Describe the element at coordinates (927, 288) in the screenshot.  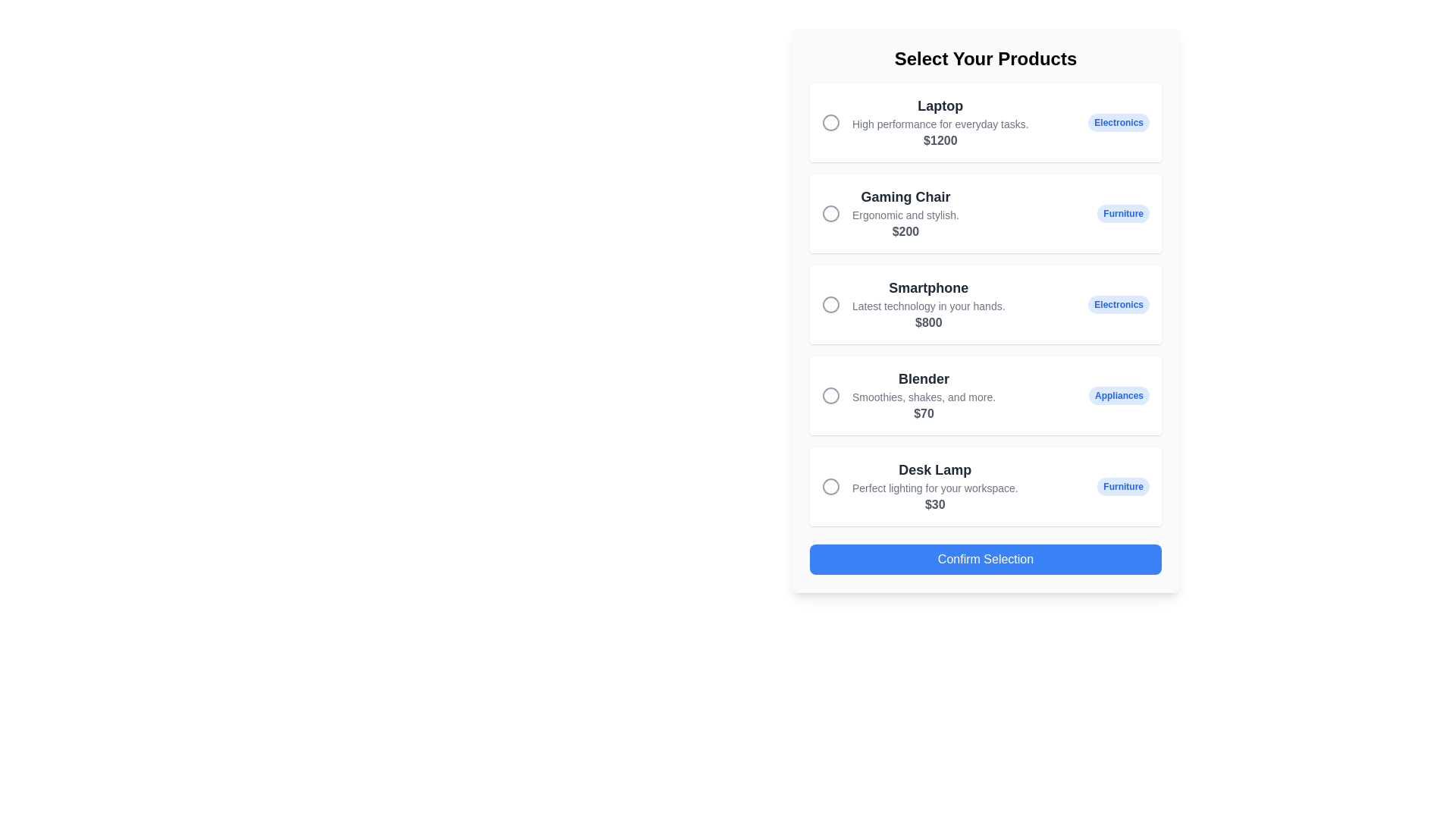
I see `the Text label representing the product title, which is positioned above the description and price` at that location.